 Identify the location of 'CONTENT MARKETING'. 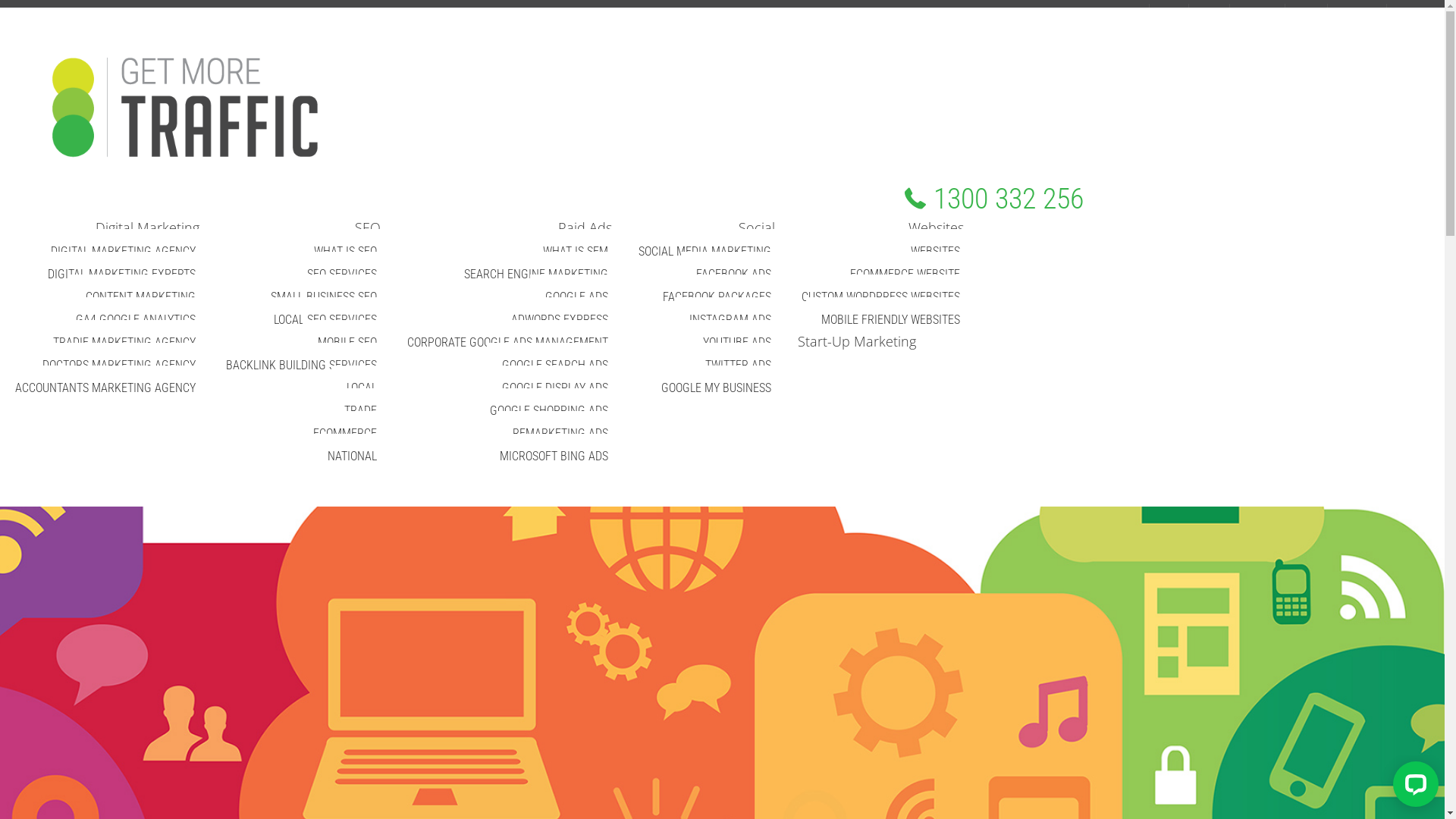
(69, 297).